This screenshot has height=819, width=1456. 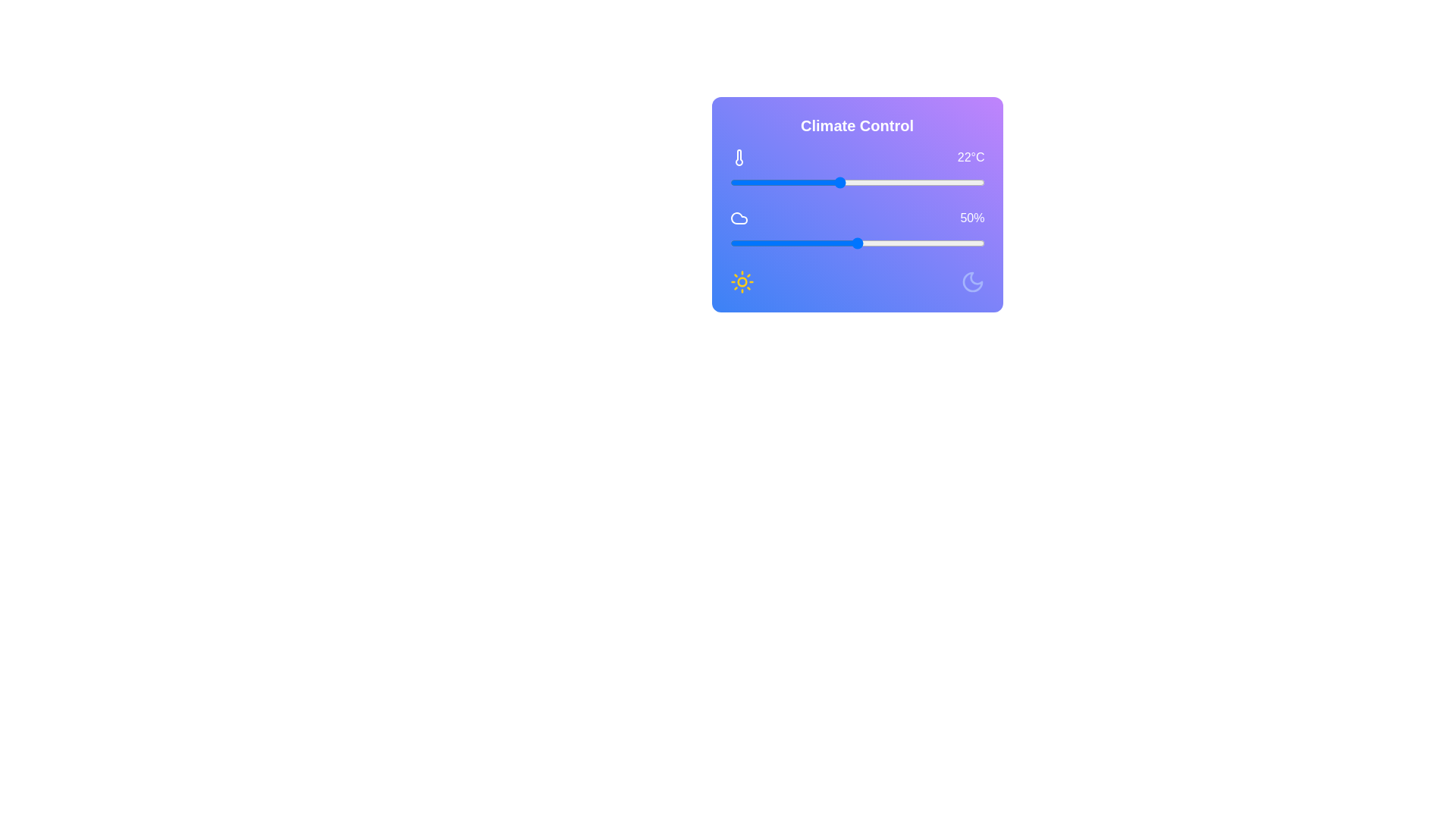 What do you see at coordinates (777, 242) in the screenshot?
I see `the slider value` at bounding box center [777, 242].